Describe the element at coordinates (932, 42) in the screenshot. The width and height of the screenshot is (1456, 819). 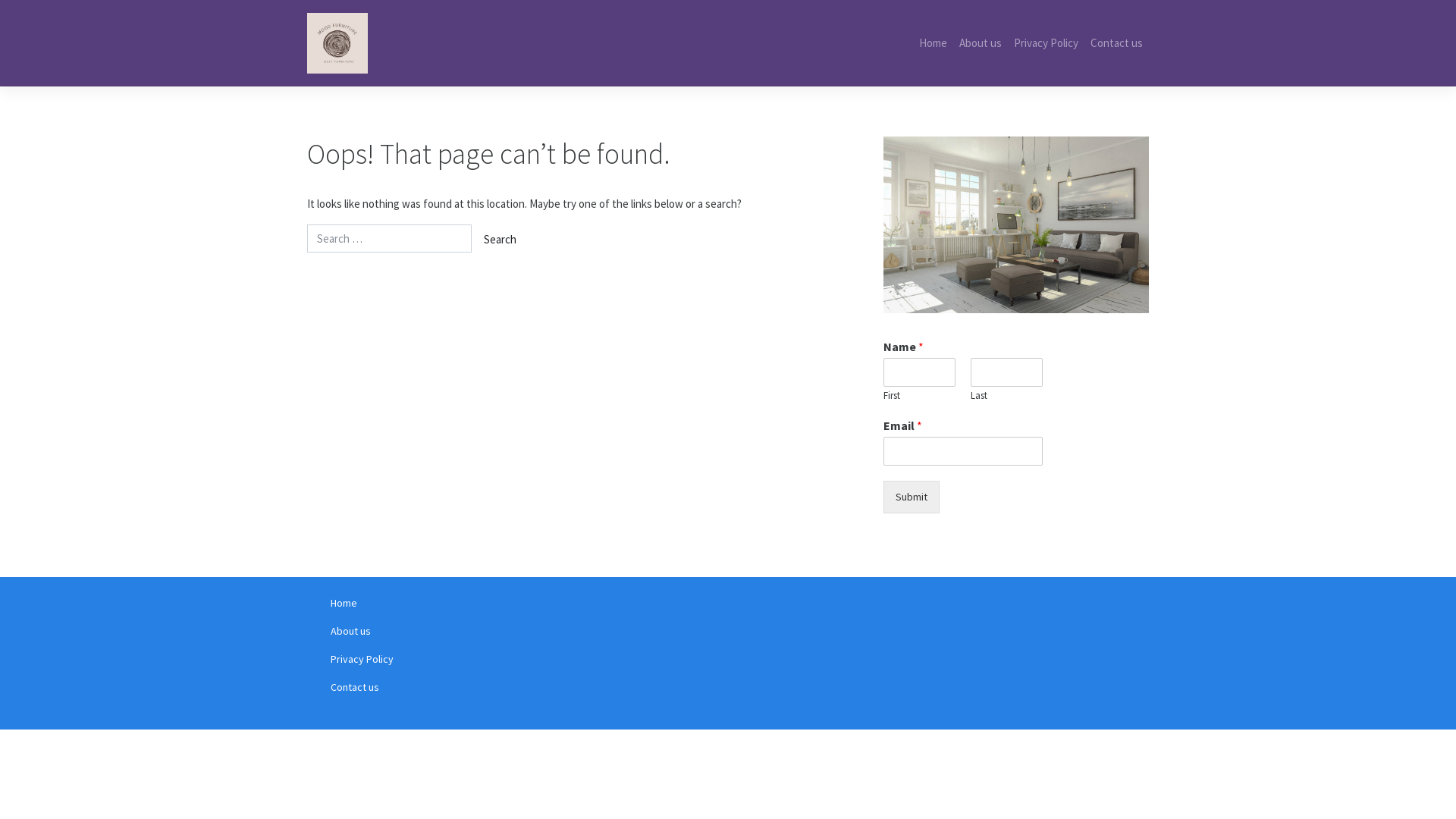
I see `'Home'` at that location.